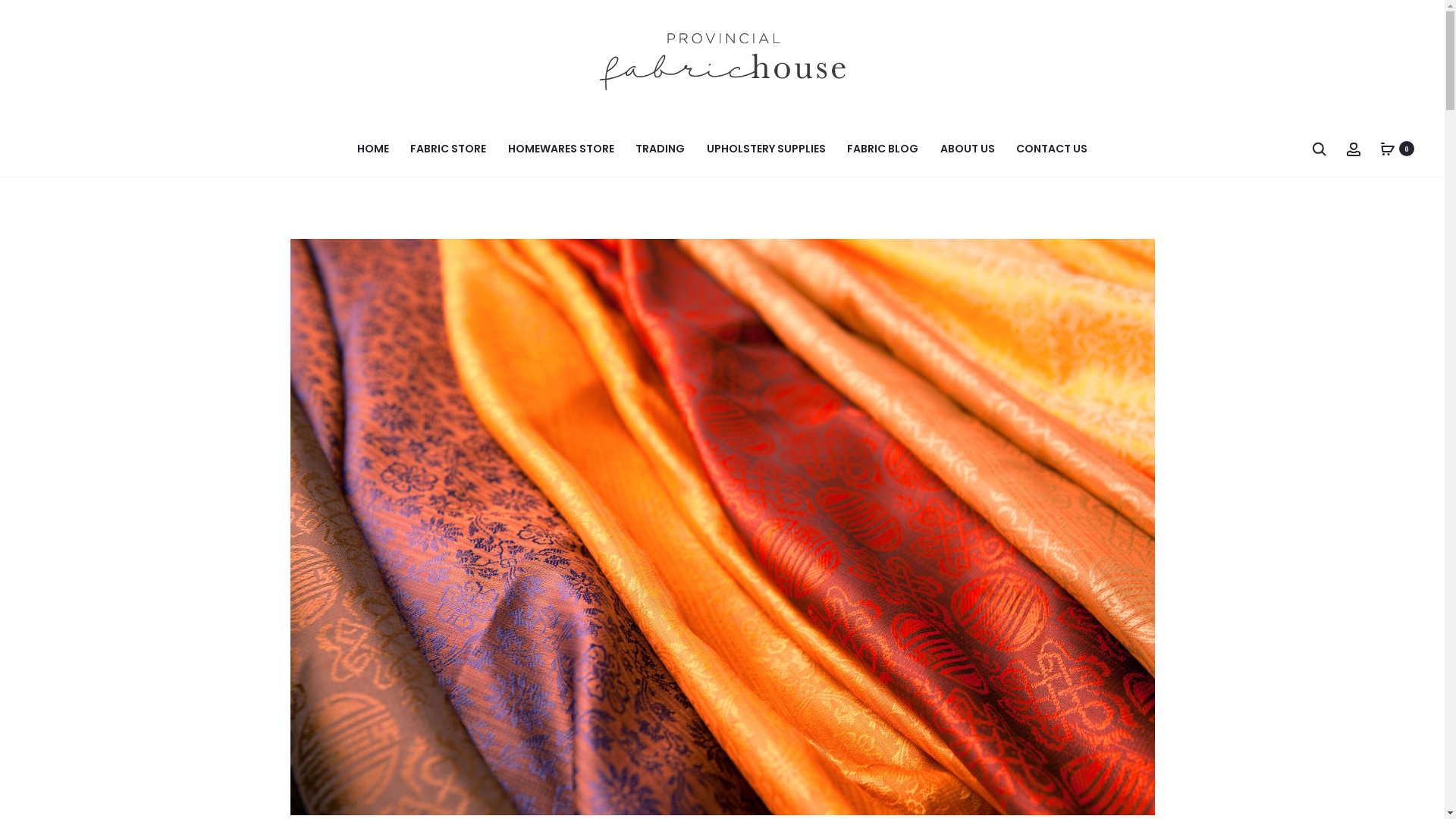 The height and width of the screenshot is (819, 1456). What do you see at coordinates (447, 149) in the screenshot?
I see `'FABRIC STORE'` at bounding box center [447, 149].